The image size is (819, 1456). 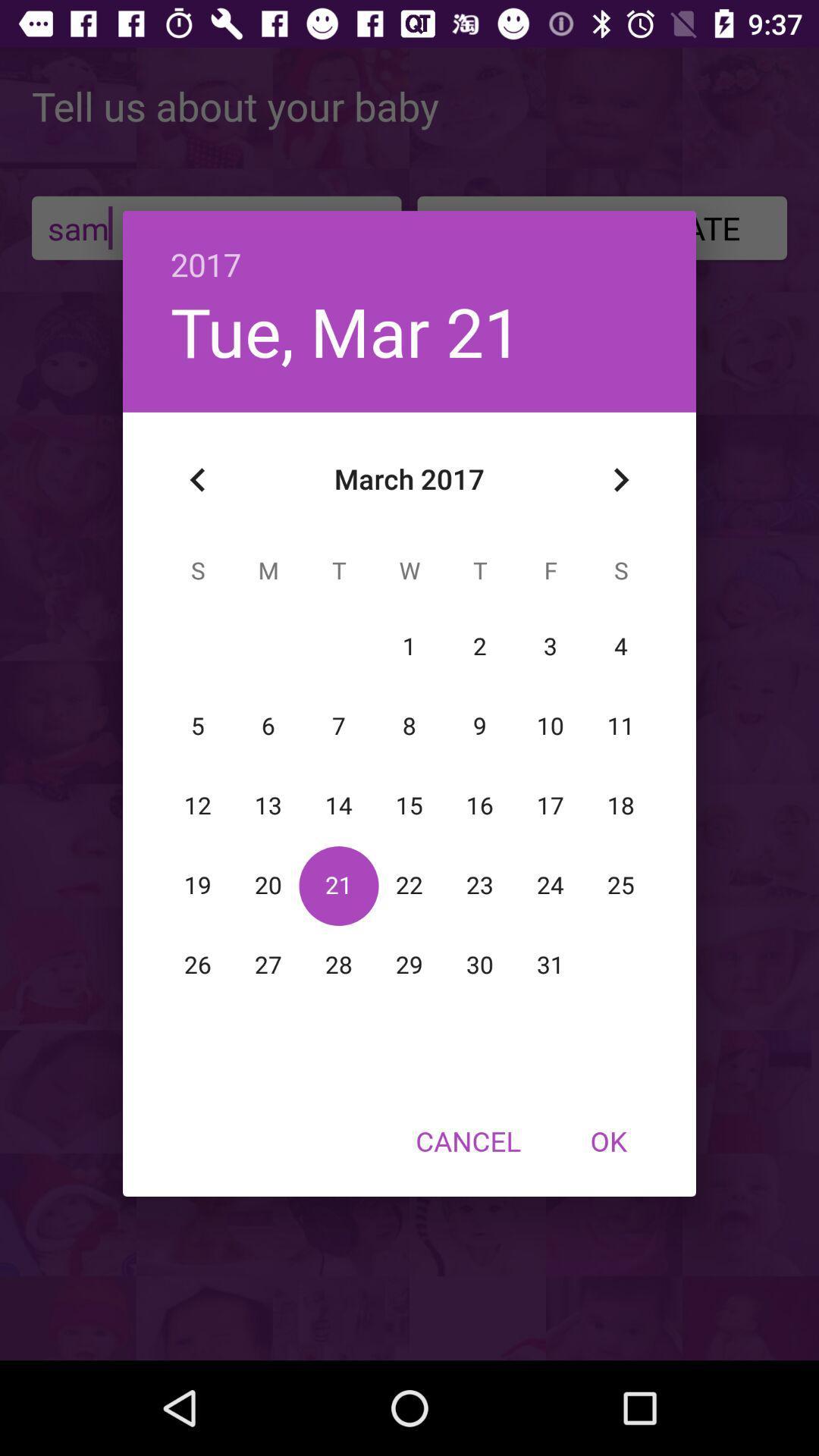 I want to click on the item to the left of the ok item, so click(x=467, y=1141).